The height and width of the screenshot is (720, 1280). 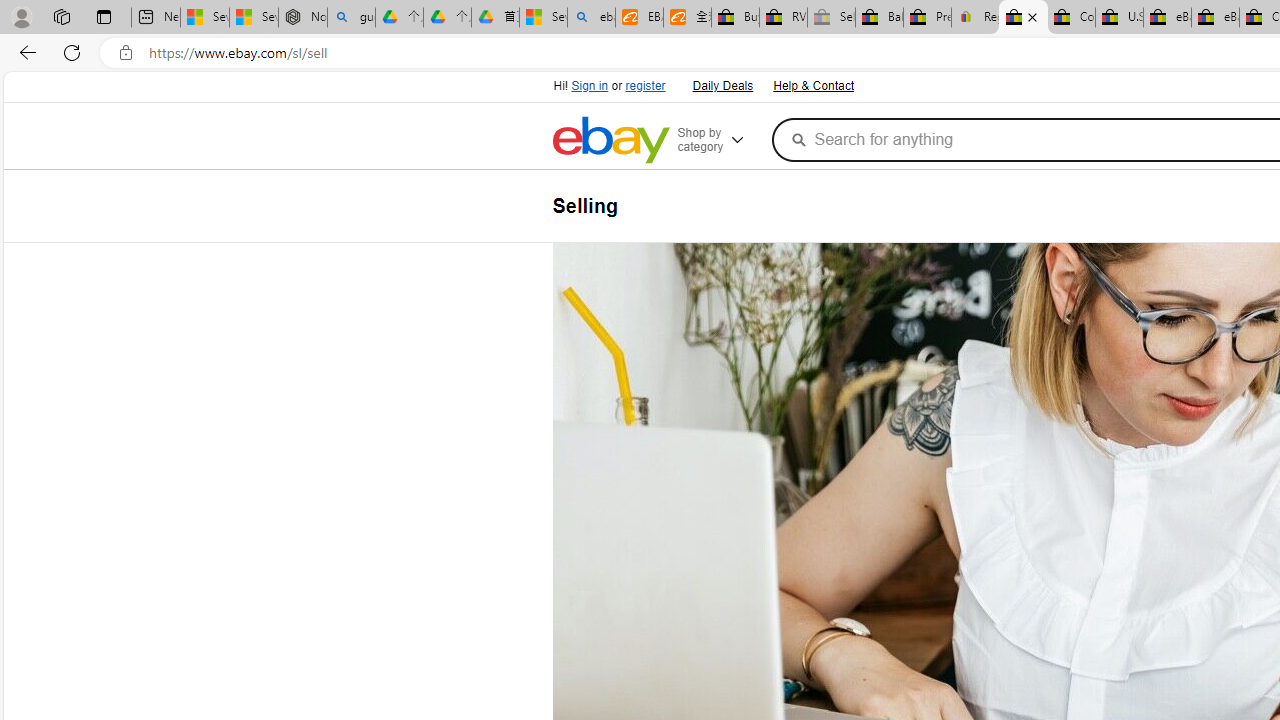 I want to click on 'Daily Deals', so click(x=720, y=83).